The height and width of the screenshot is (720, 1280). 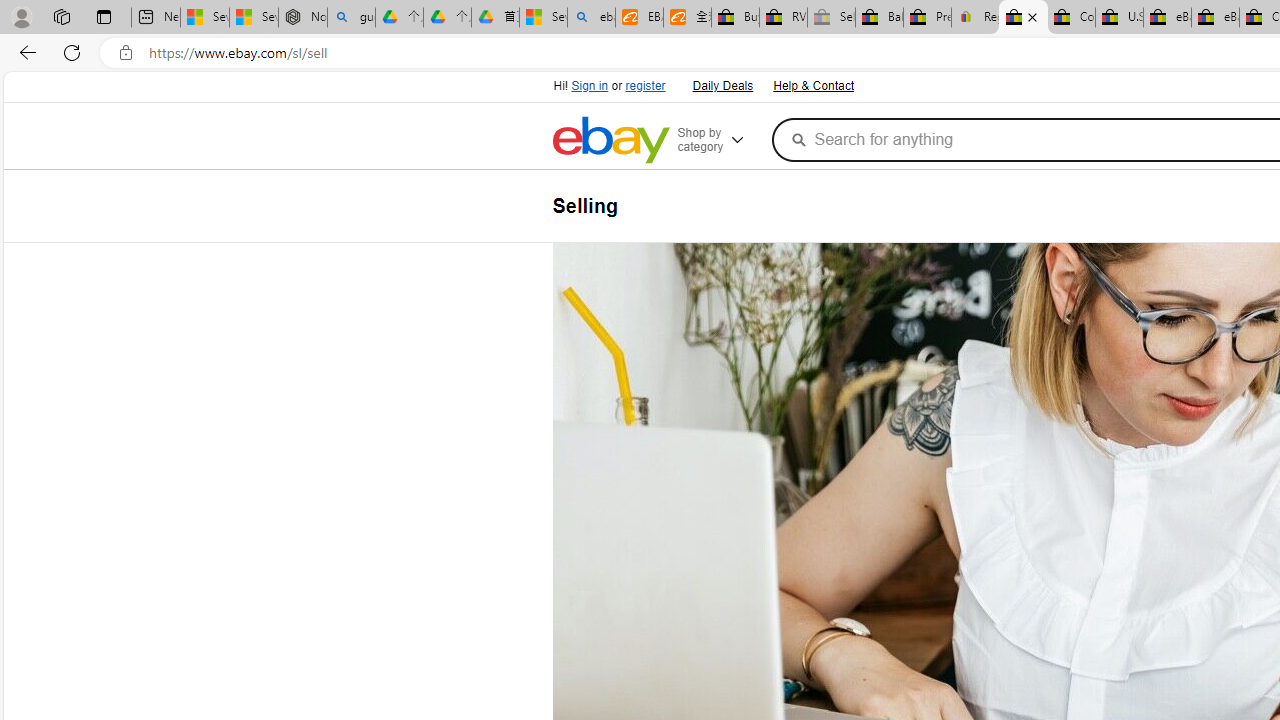 I want to click on 'Daily Deals', so click(x=720, y=83).